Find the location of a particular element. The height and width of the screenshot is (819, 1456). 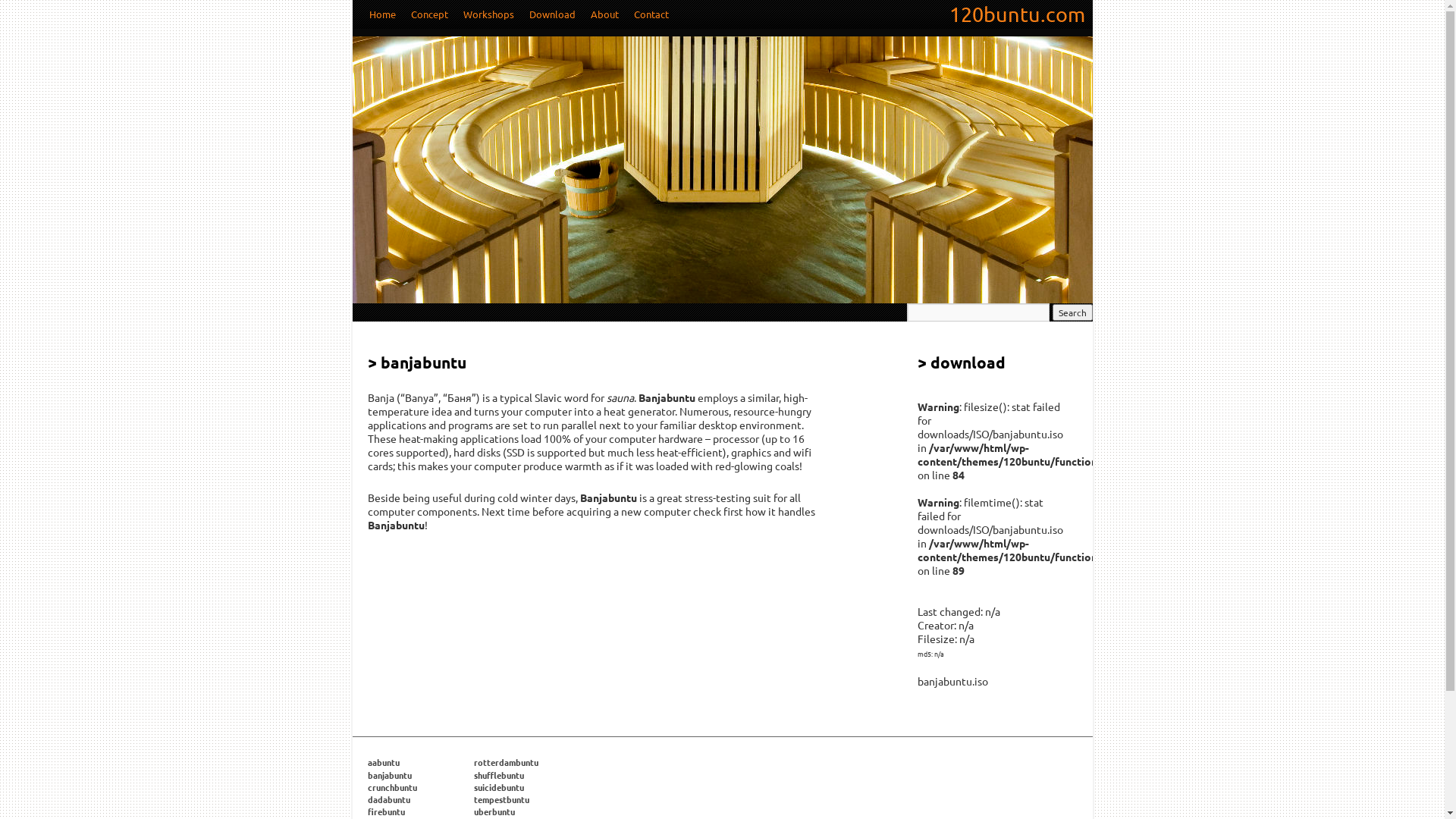

'dadabuntu' is located at coordinates (367, 798).